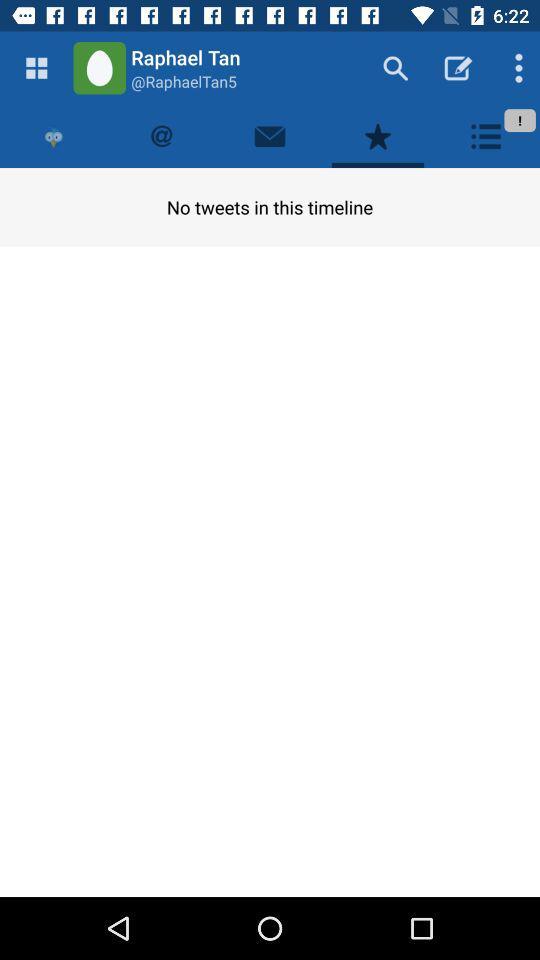  I want to click on the search button icon, so click(395, 68).